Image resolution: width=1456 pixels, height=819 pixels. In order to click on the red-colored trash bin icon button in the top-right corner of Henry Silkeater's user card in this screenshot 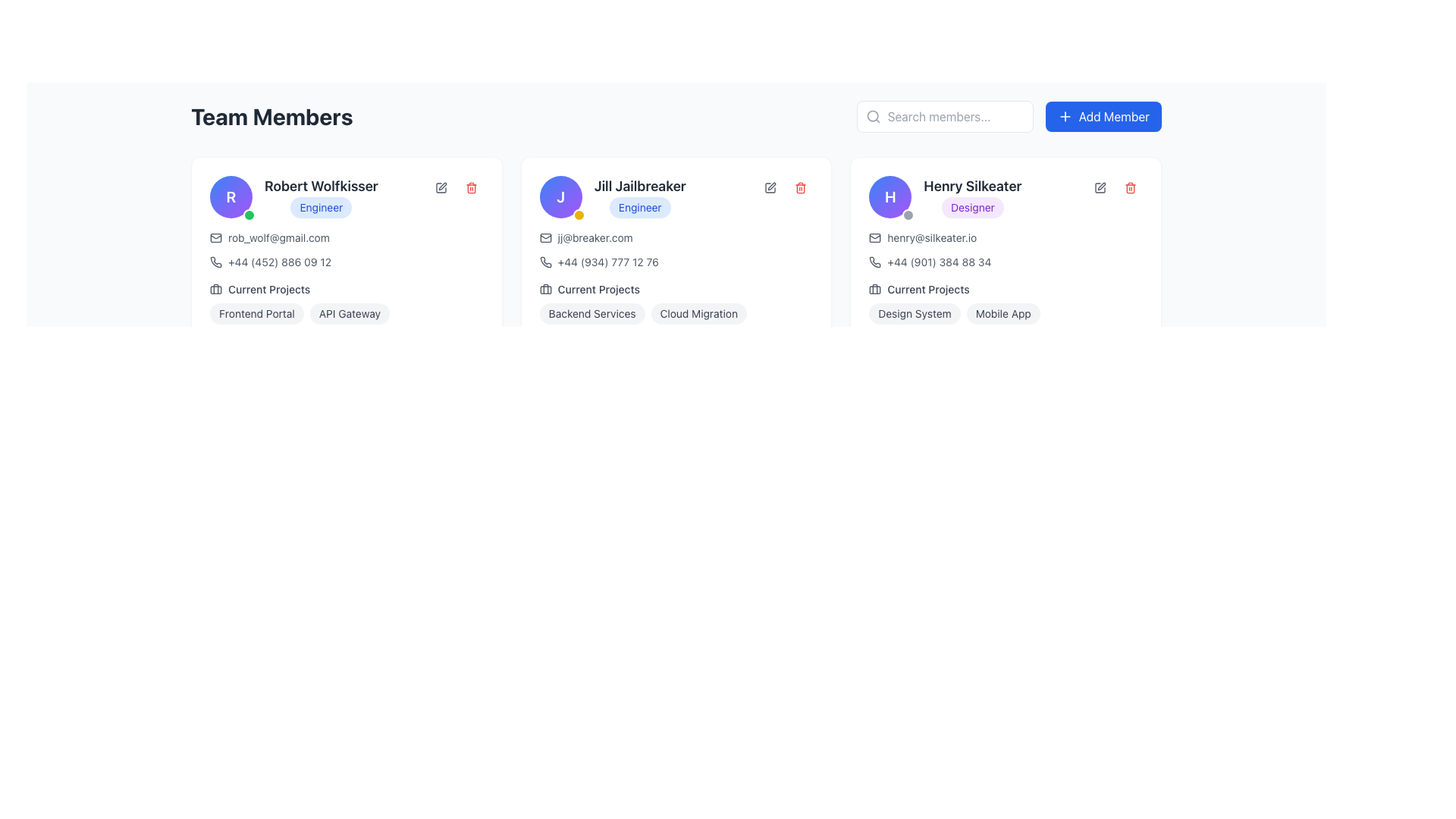, I will do `click(1131, 187)`.